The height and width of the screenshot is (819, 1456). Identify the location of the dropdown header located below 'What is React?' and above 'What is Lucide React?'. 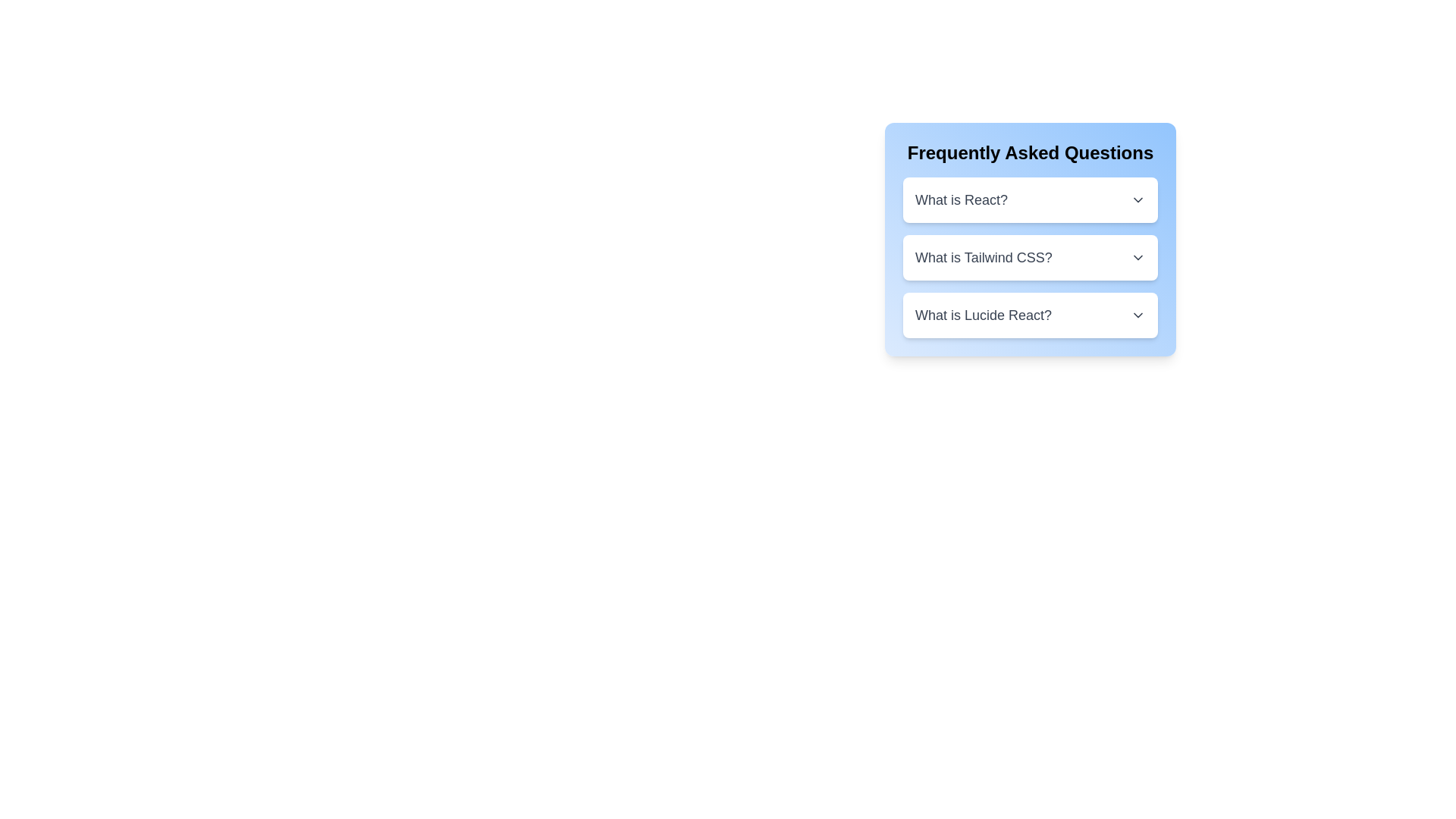
(1030, 256).